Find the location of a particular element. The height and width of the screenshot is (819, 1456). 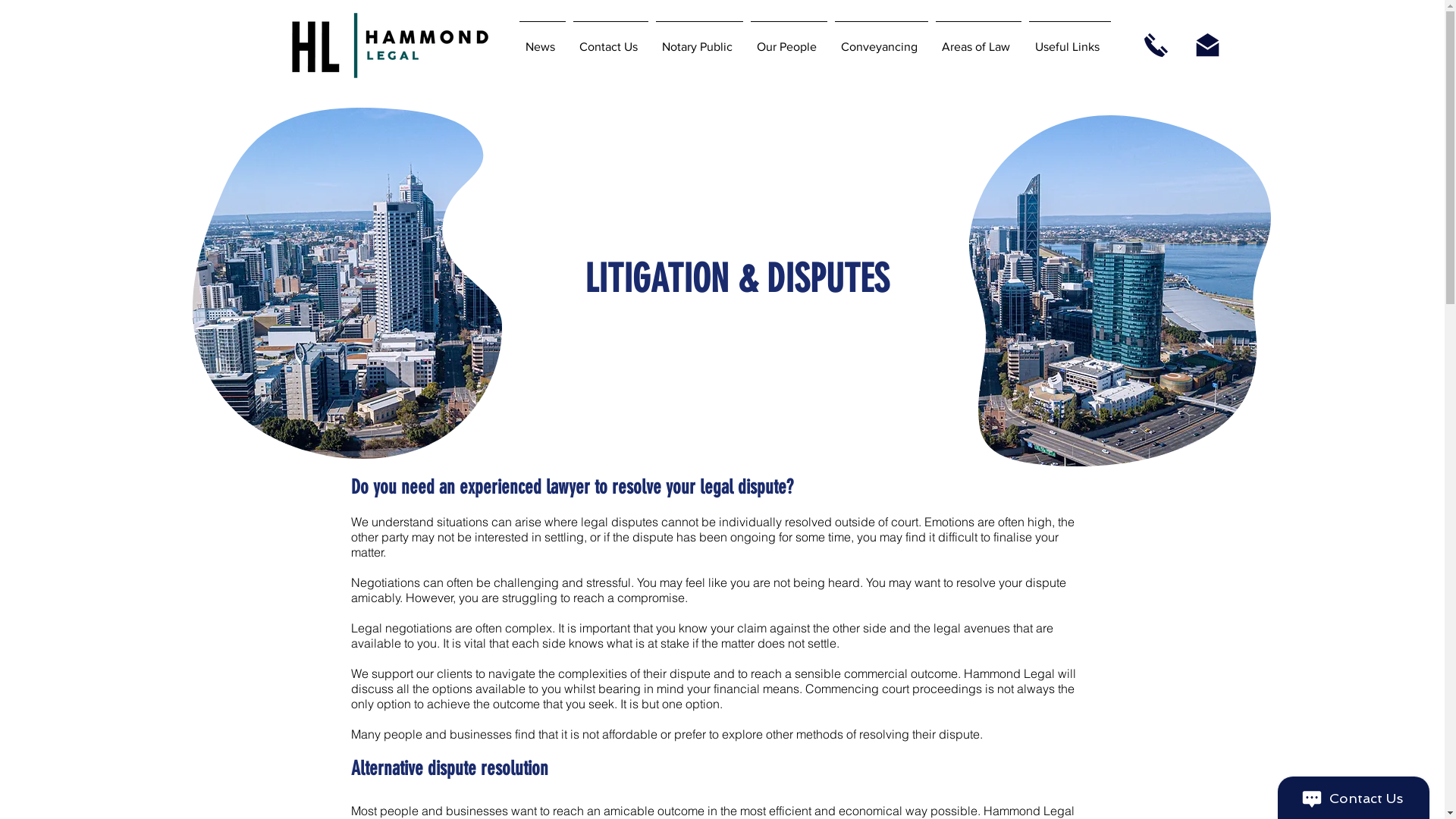

'Our People' is located at coordinates (788, 39).